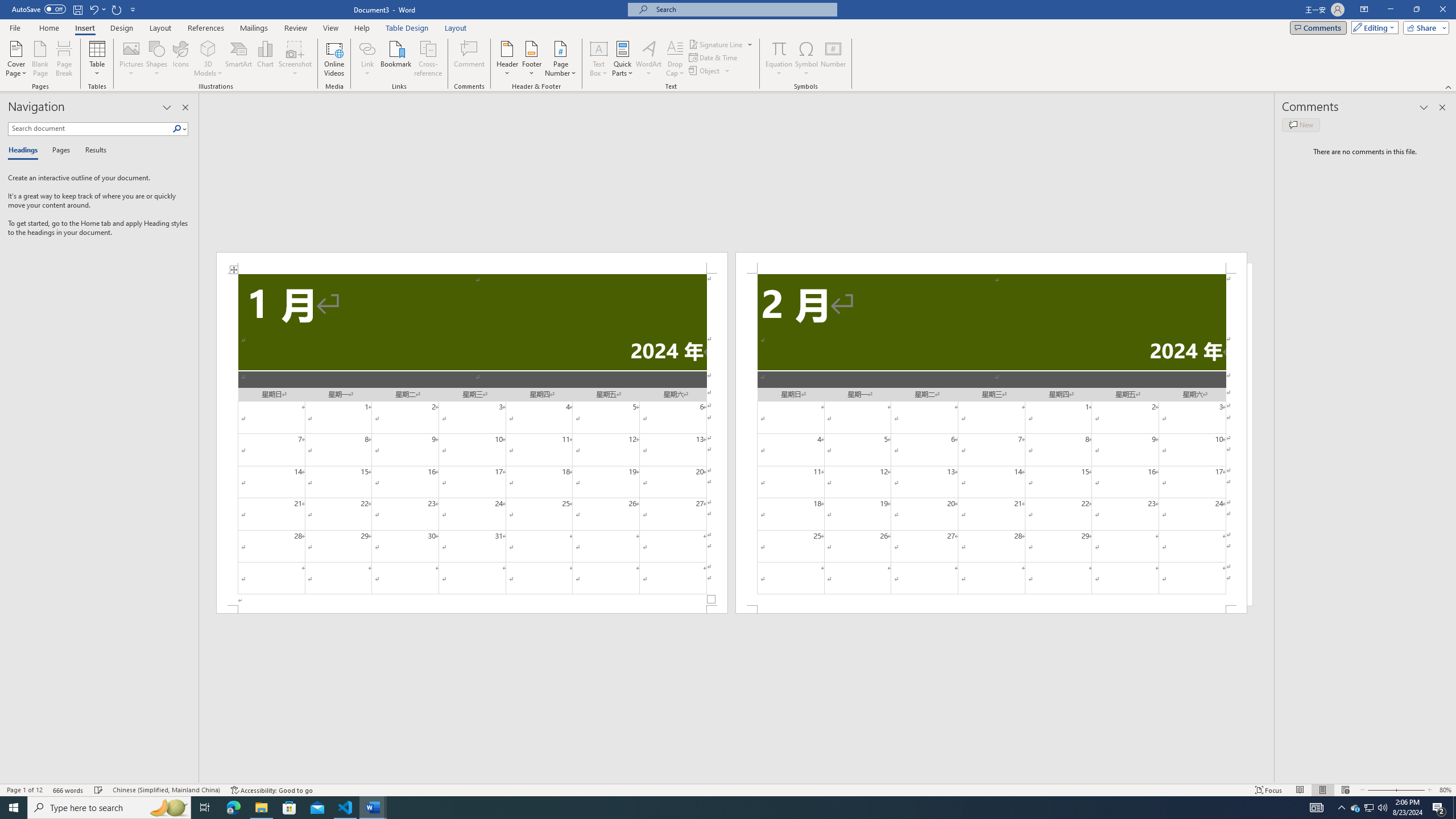  What do you see at coordinates (48, 28) in the screenshot?
I see `'Home'` at bounding box center [48, 28].